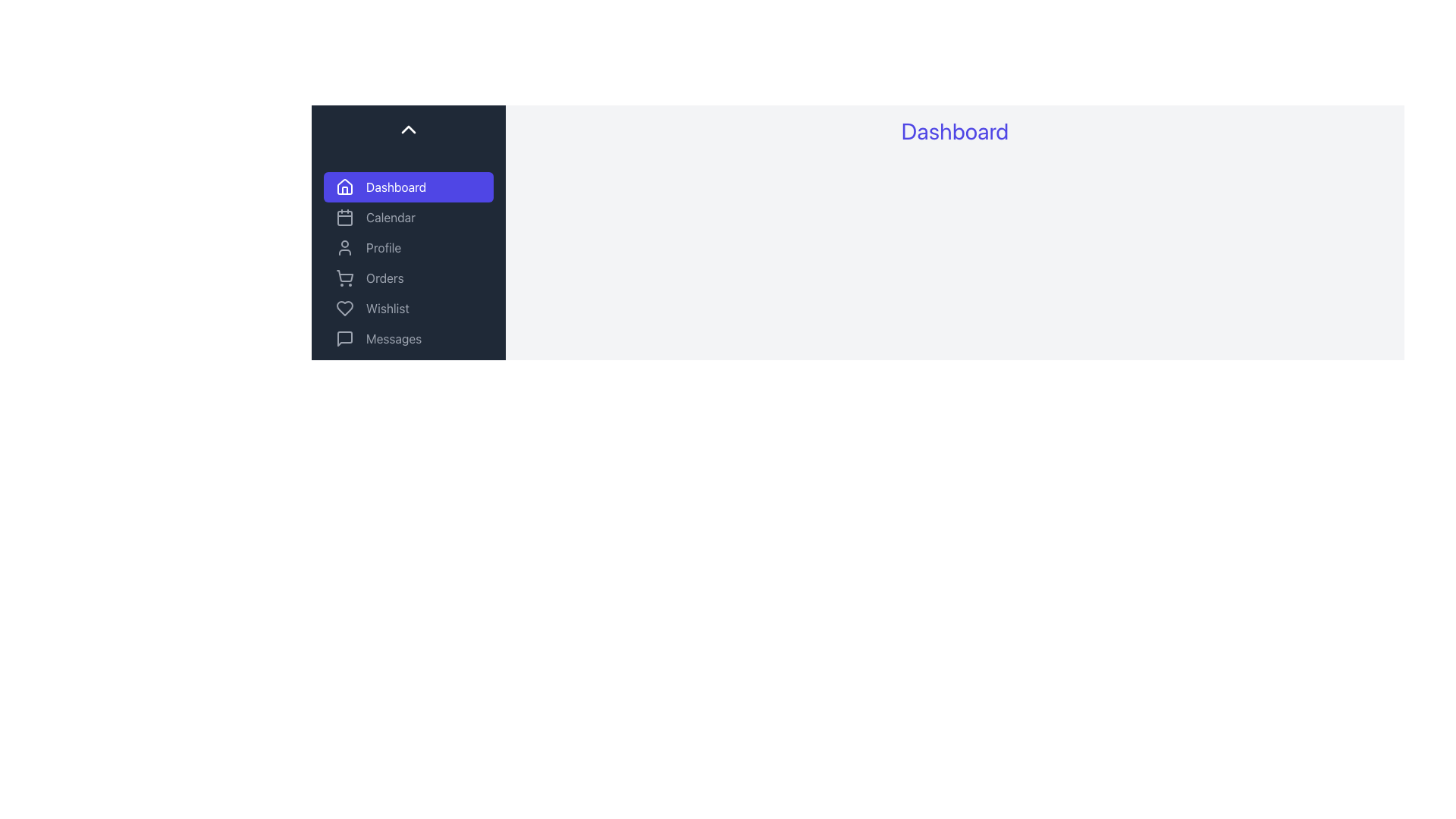  What do you see at coordinates (408, 338) in the screenshot?
I see `the 'Messages' button in the vertical sidebar navigation menu, which is the sixth item below 'Wishlist' and above 'Settings'` at bounding box center [408, 338].